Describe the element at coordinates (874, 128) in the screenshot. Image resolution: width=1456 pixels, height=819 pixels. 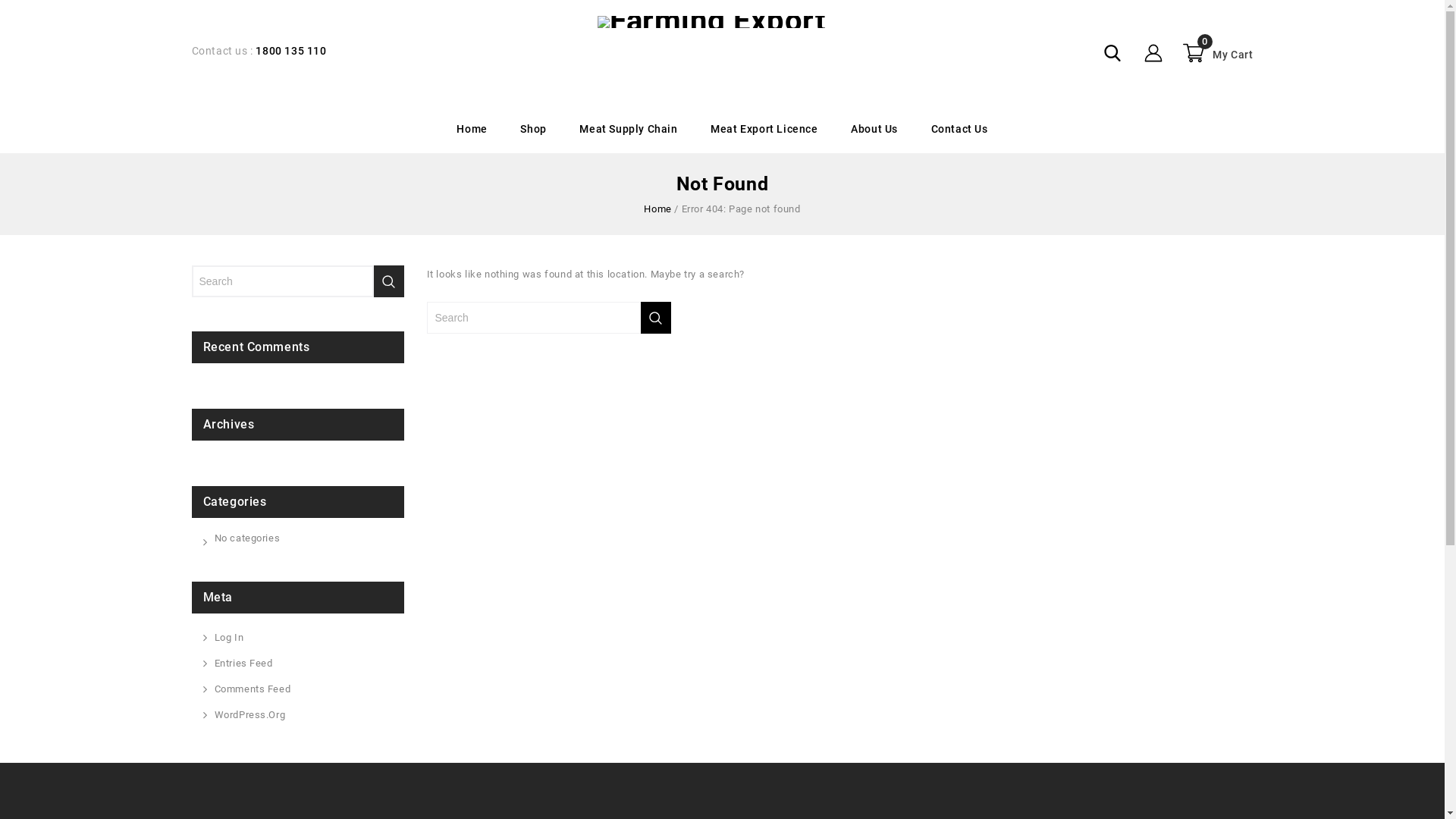
I see `'About Us'` at that location.